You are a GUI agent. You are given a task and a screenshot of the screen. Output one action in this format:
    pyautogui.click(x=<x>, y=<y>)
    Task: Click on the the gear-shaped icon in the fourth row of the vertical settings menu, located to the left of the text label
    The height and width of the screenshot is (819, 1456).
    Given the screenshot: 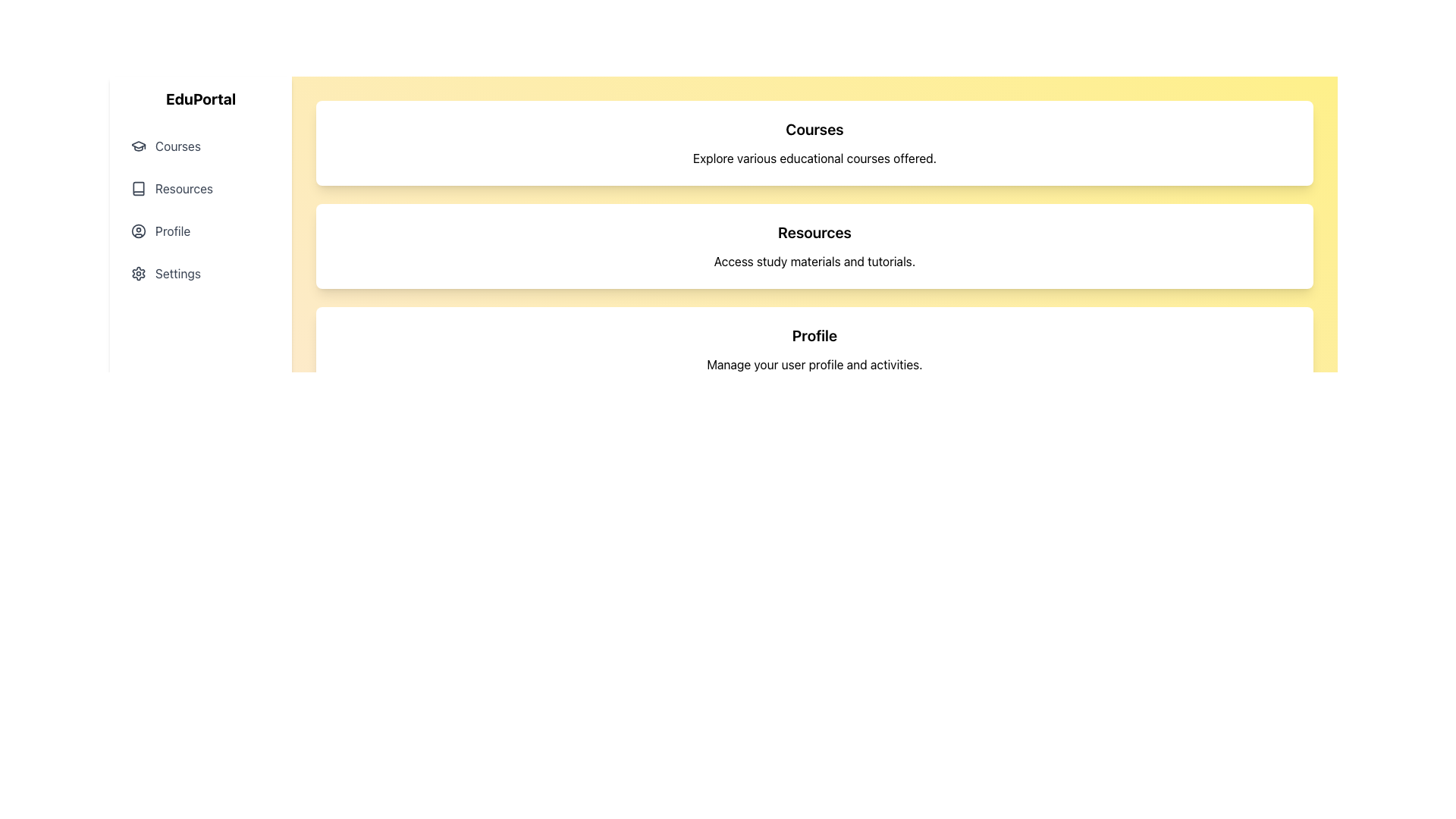 What is the action you would take?
    pyautogui.click(x=138, y=274)
    